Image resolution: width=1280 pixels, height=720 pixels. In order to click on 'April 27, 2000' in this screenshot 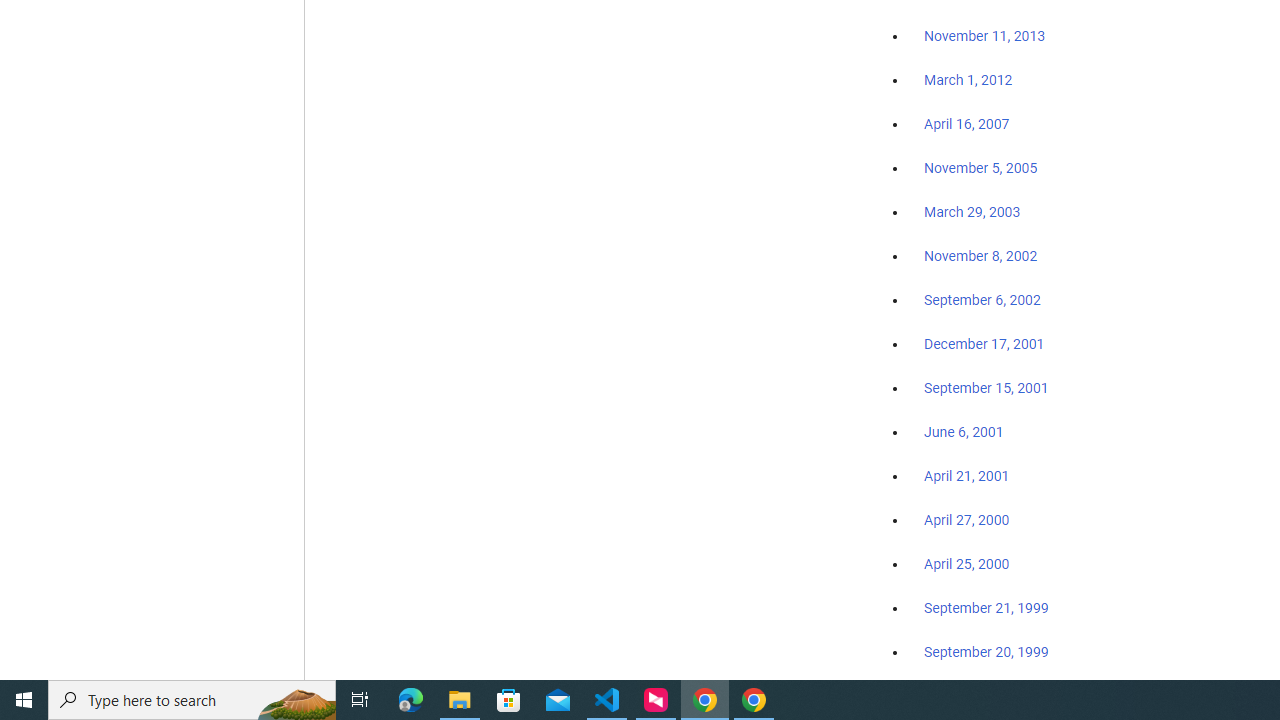, I will do `click(967, 519)`.